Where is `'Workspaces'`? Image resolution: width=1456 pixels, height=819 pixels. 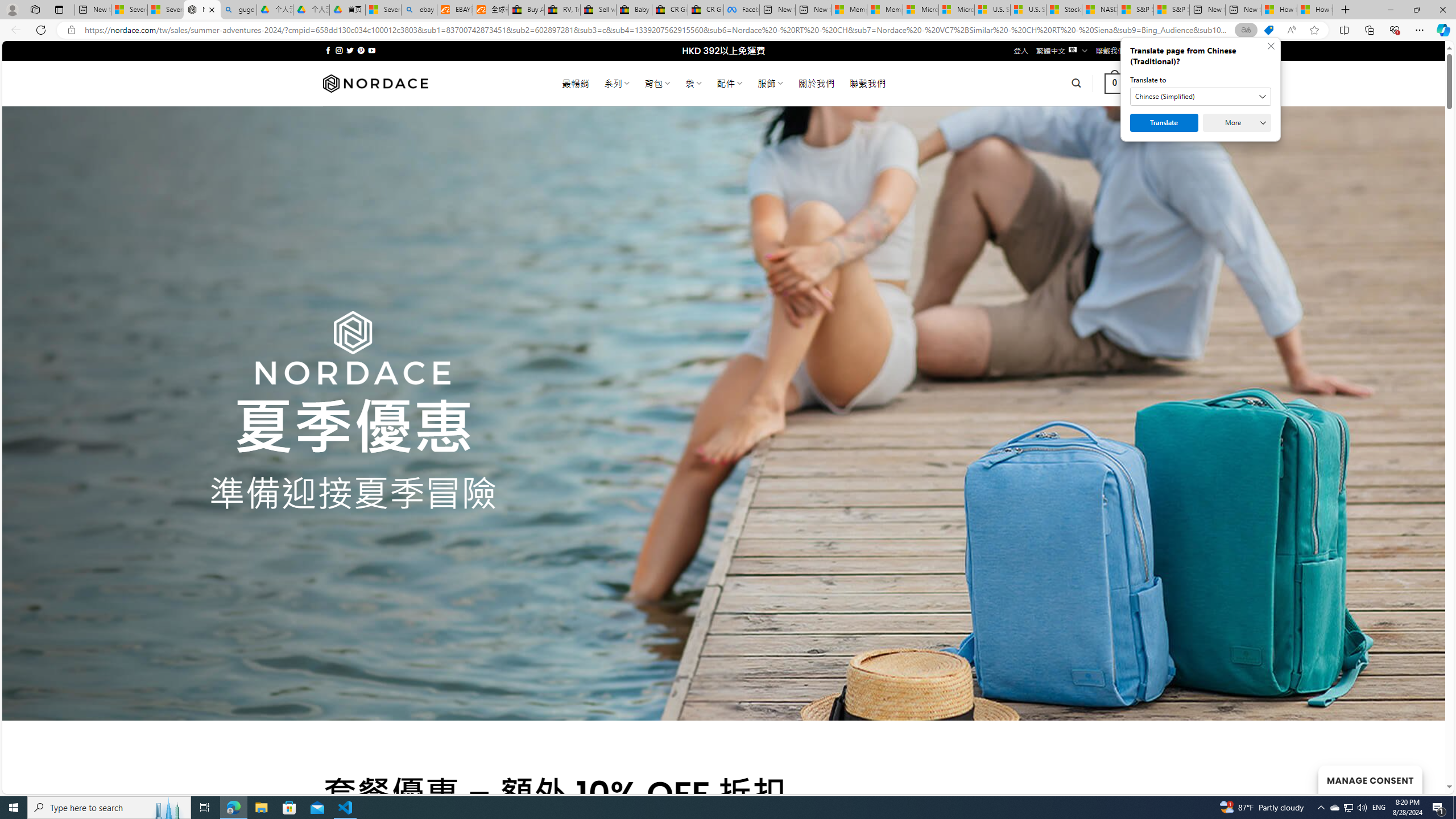
'Workspaces' is located at coordinates (35, 9).